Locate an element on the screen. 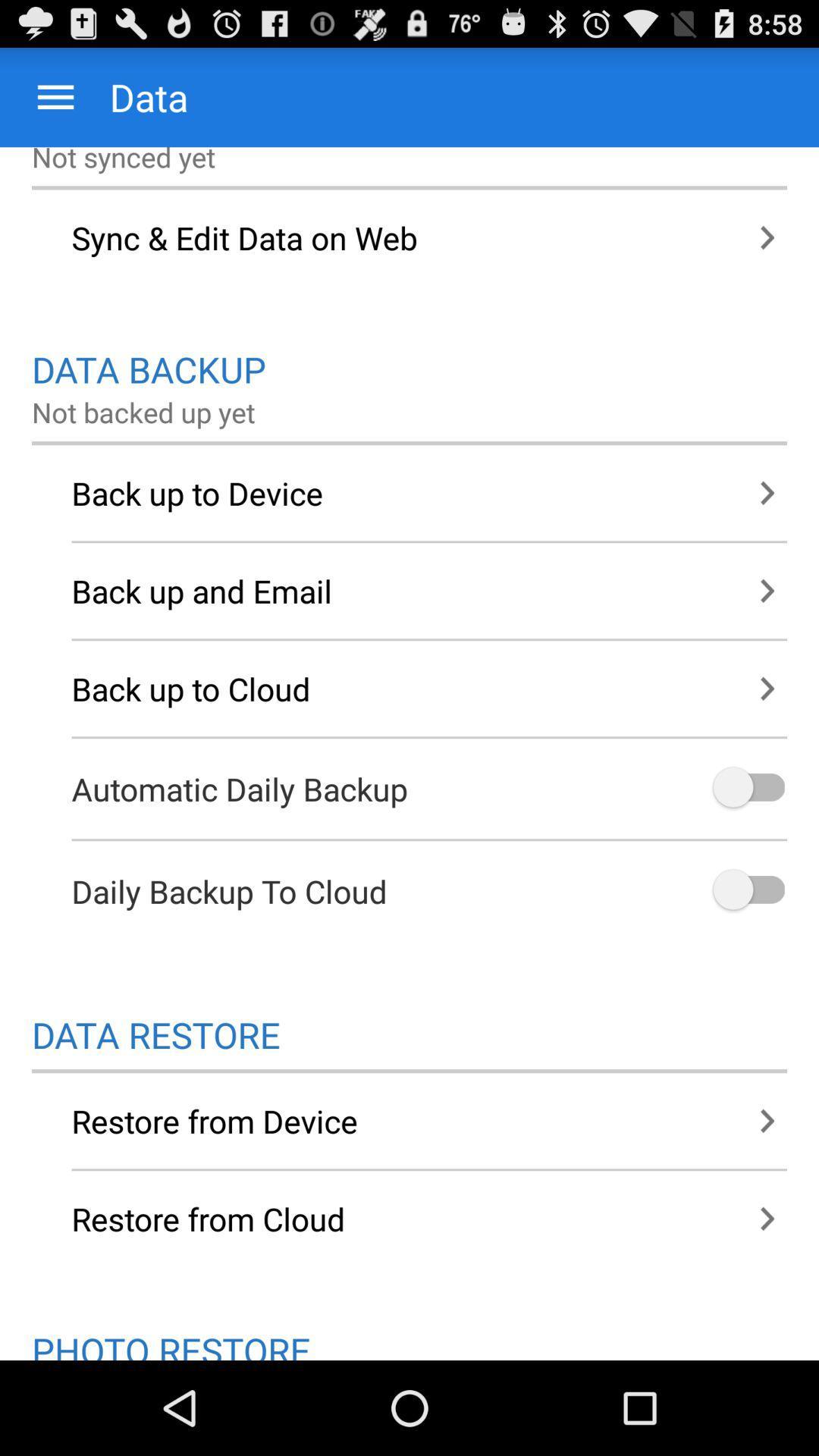  automatic daily backup option is located at coordinates (746, 789).